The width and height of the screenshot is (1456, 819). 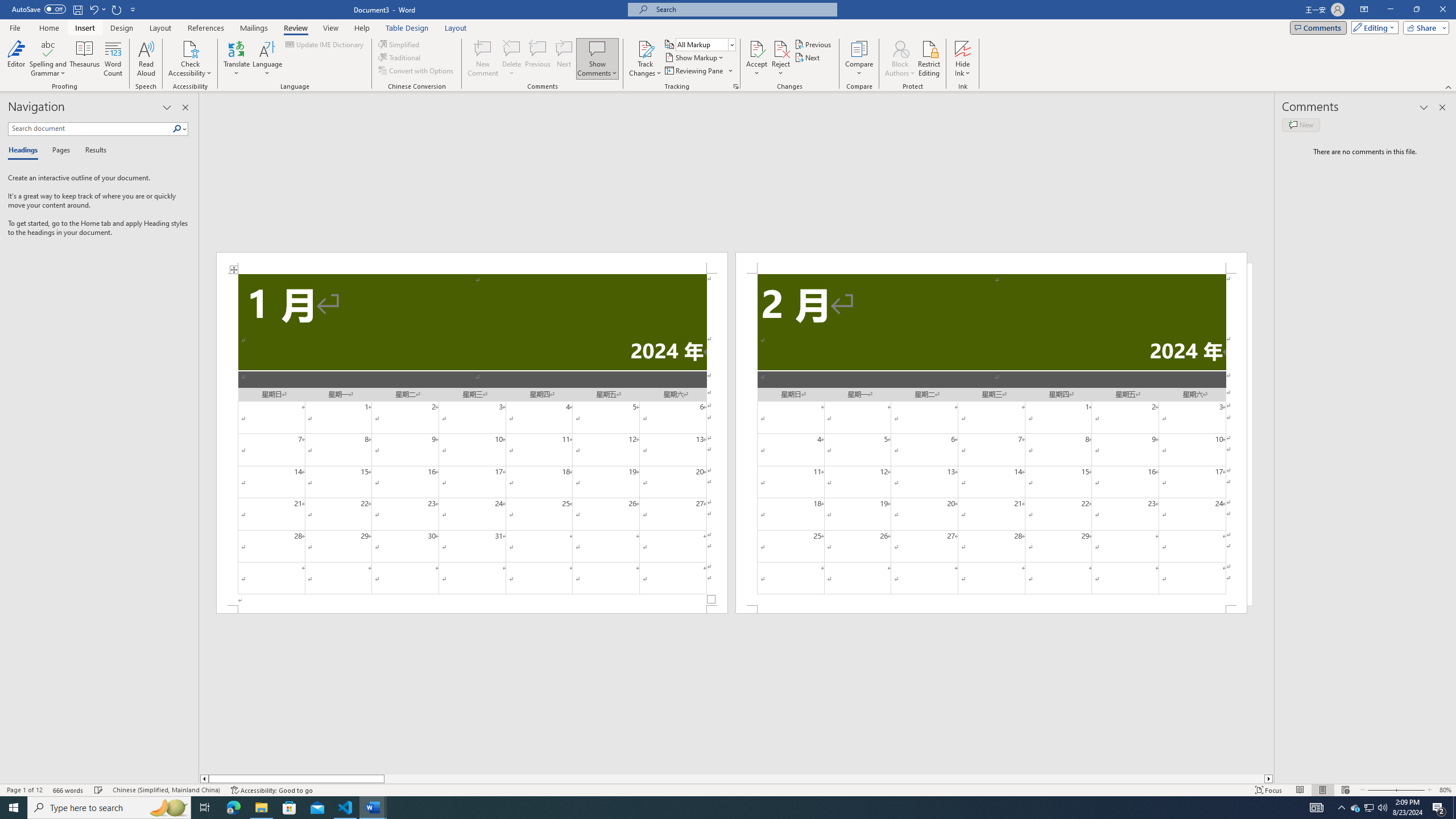 I want to click on 'Page 2 content', so click(x=991, y=440).